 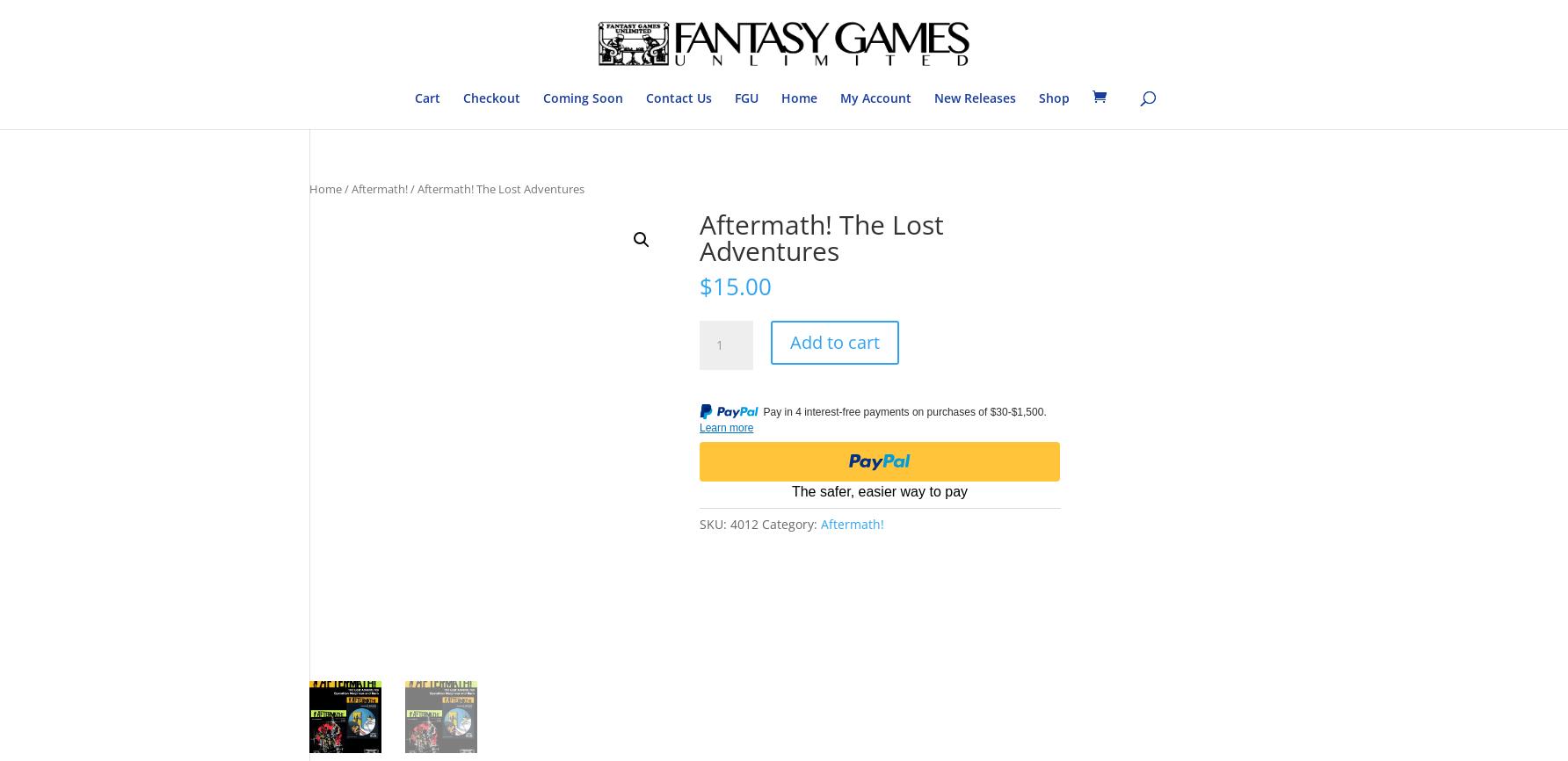 What do you see at coordinates (705, 285) in the screenshot?
I see `'$'` at bounding box center [705, 285].